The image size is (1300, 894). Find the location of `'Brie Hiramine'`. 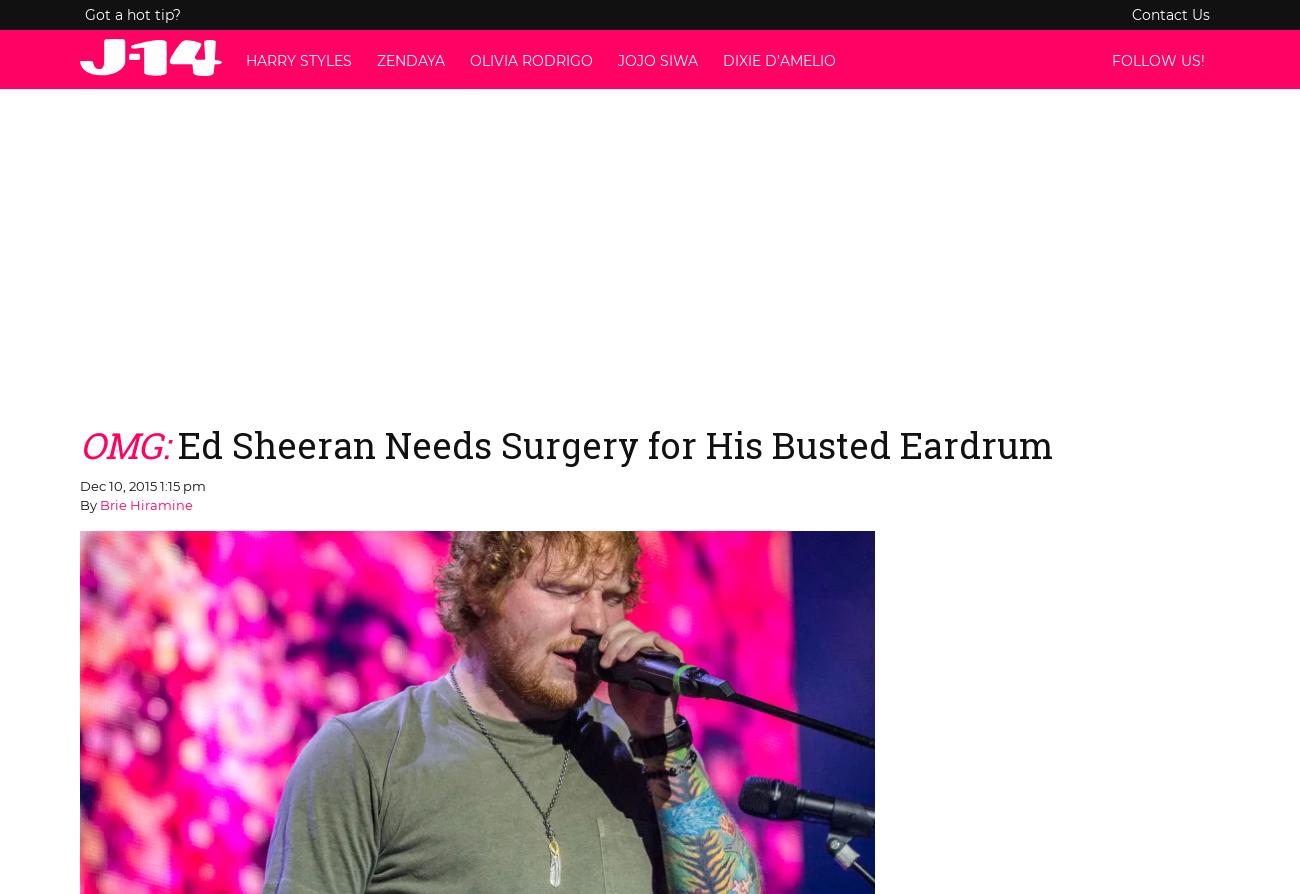

'Brie Hiramine' is located at coordinates (145, 505).